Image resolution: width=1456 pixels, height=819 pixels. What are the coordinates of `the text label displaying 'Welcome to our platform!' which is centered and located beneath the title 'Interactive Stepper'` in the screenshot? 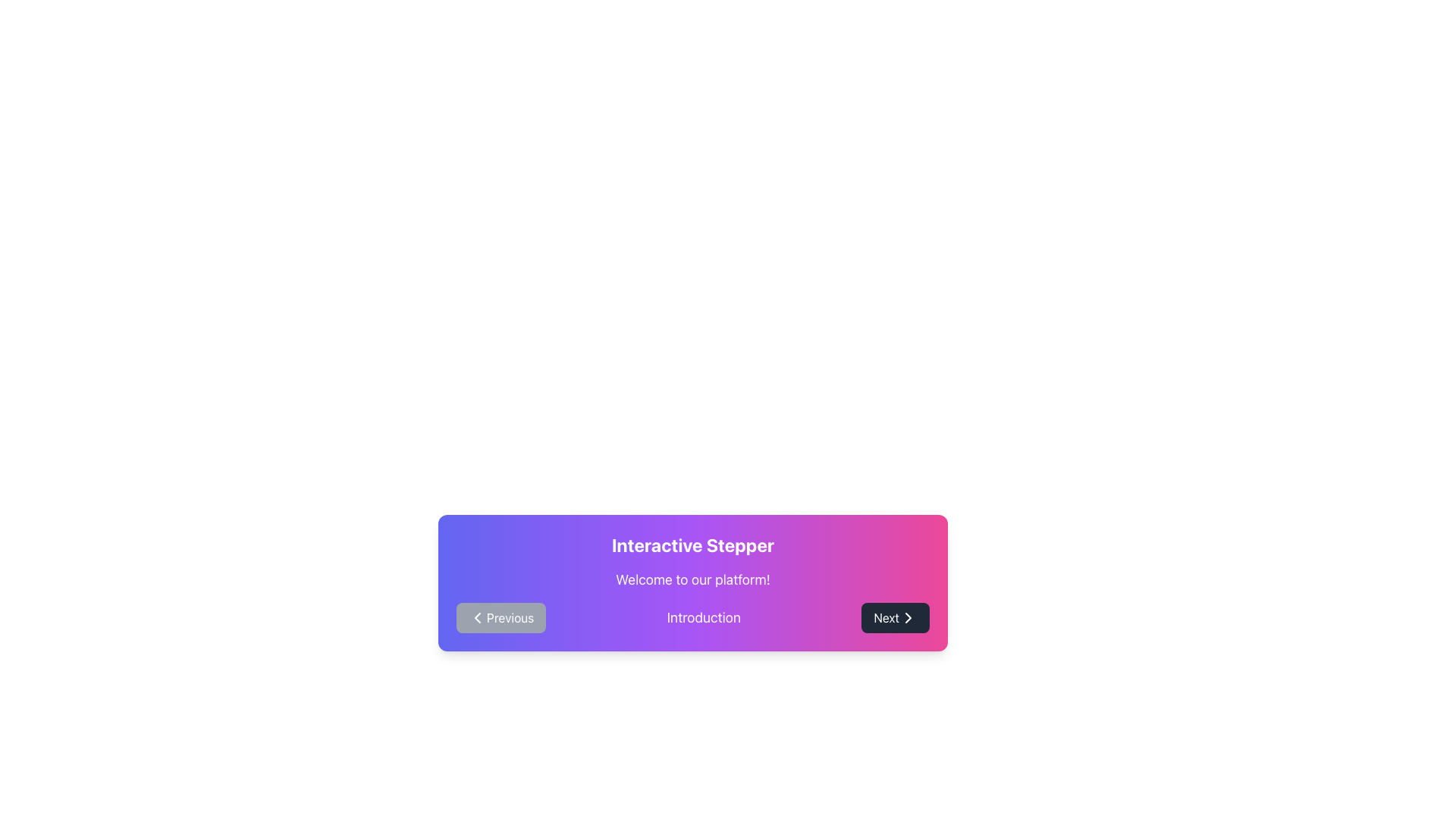 It's located at (692, 579).